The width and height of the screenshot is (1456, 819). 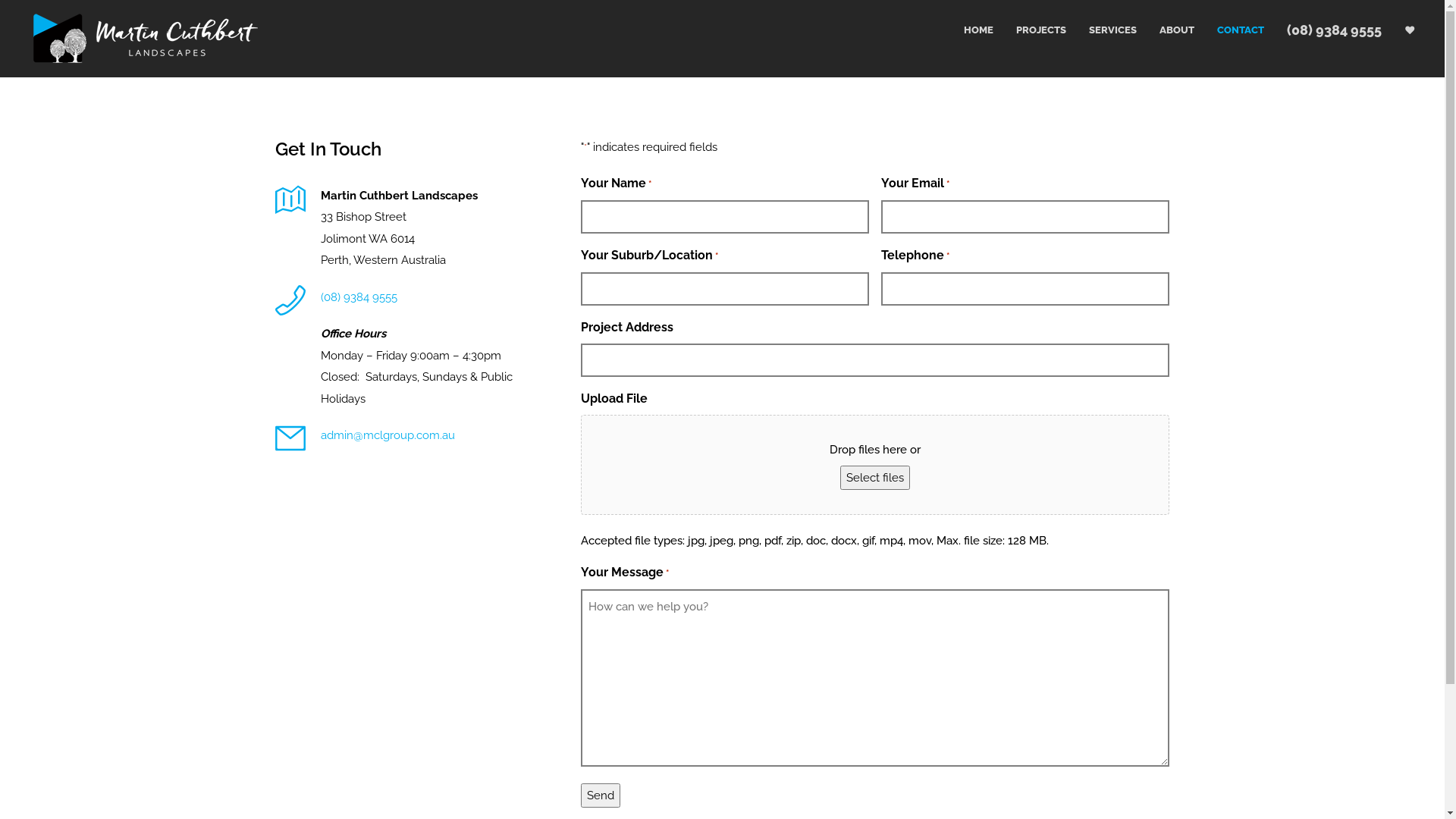 What do you see at coordinates (1322, 30) in the screenshot?
I see `'(08) 9384 9555'` at bounding box center [1322, 30].